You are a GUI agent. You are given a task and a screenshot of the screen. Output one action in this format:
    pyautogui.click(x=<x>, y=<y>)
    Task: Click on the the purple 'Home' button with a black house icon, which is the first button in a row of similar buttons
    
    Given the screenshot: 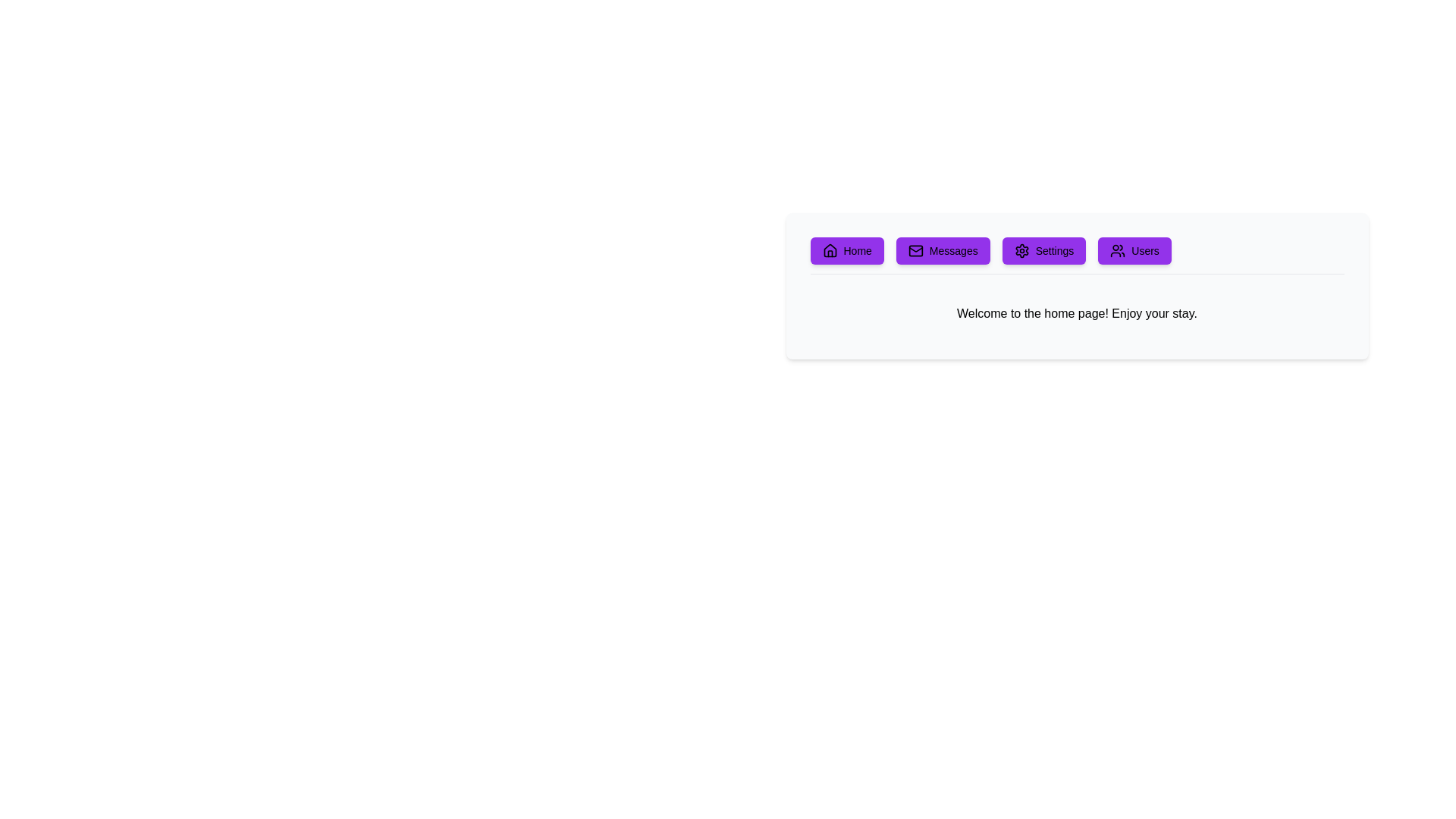 What is the action you would take?
    pyautogui.click(x=846, y=250)
    